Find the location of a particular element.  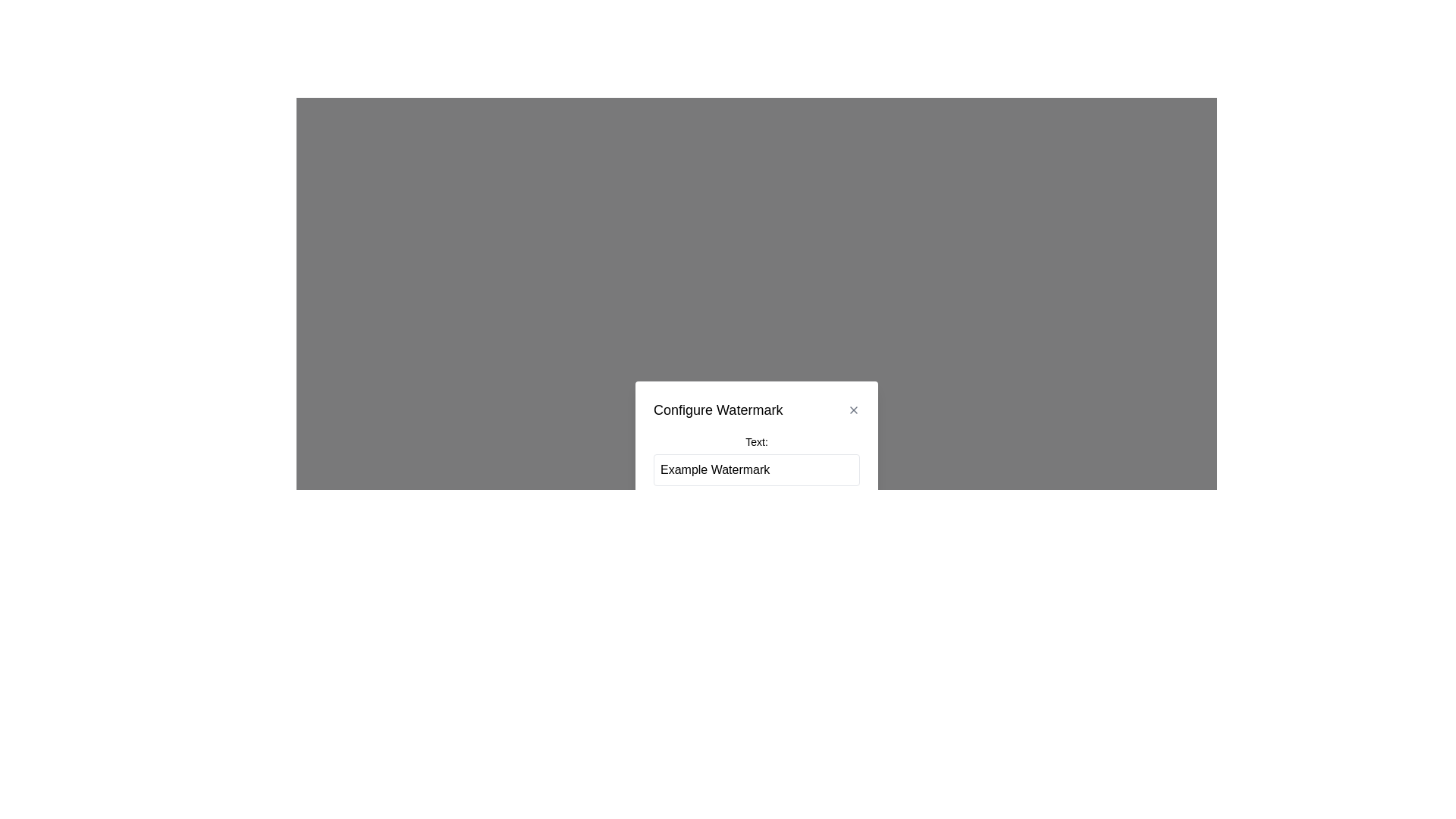

text header labeled 'Configure Watermark' which is displayed in a bold font style at the top of the modal window is located at coordinates (757, 409).